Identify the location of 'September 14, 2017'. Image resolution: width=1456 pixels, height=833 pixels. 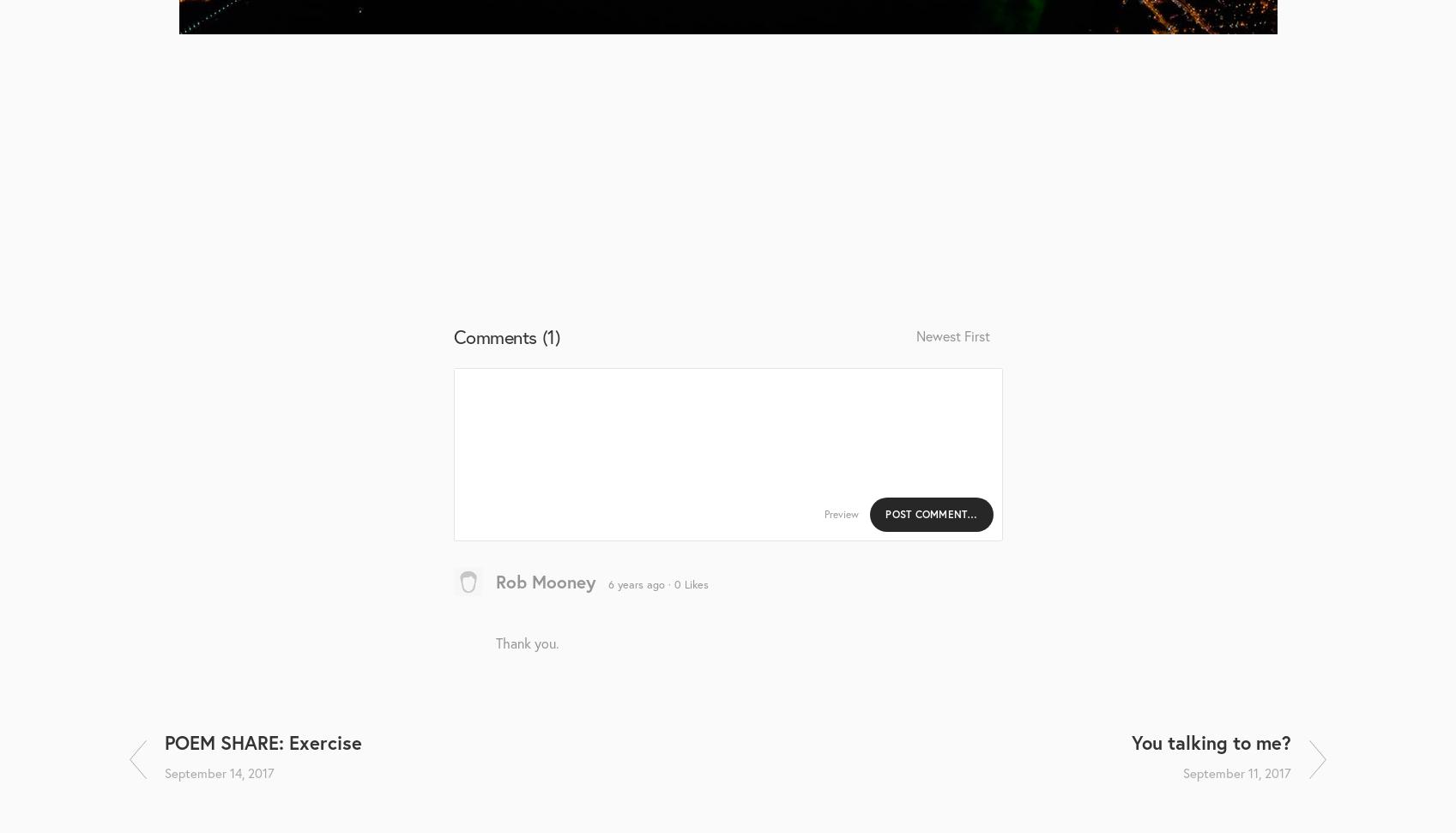
(219, 772).